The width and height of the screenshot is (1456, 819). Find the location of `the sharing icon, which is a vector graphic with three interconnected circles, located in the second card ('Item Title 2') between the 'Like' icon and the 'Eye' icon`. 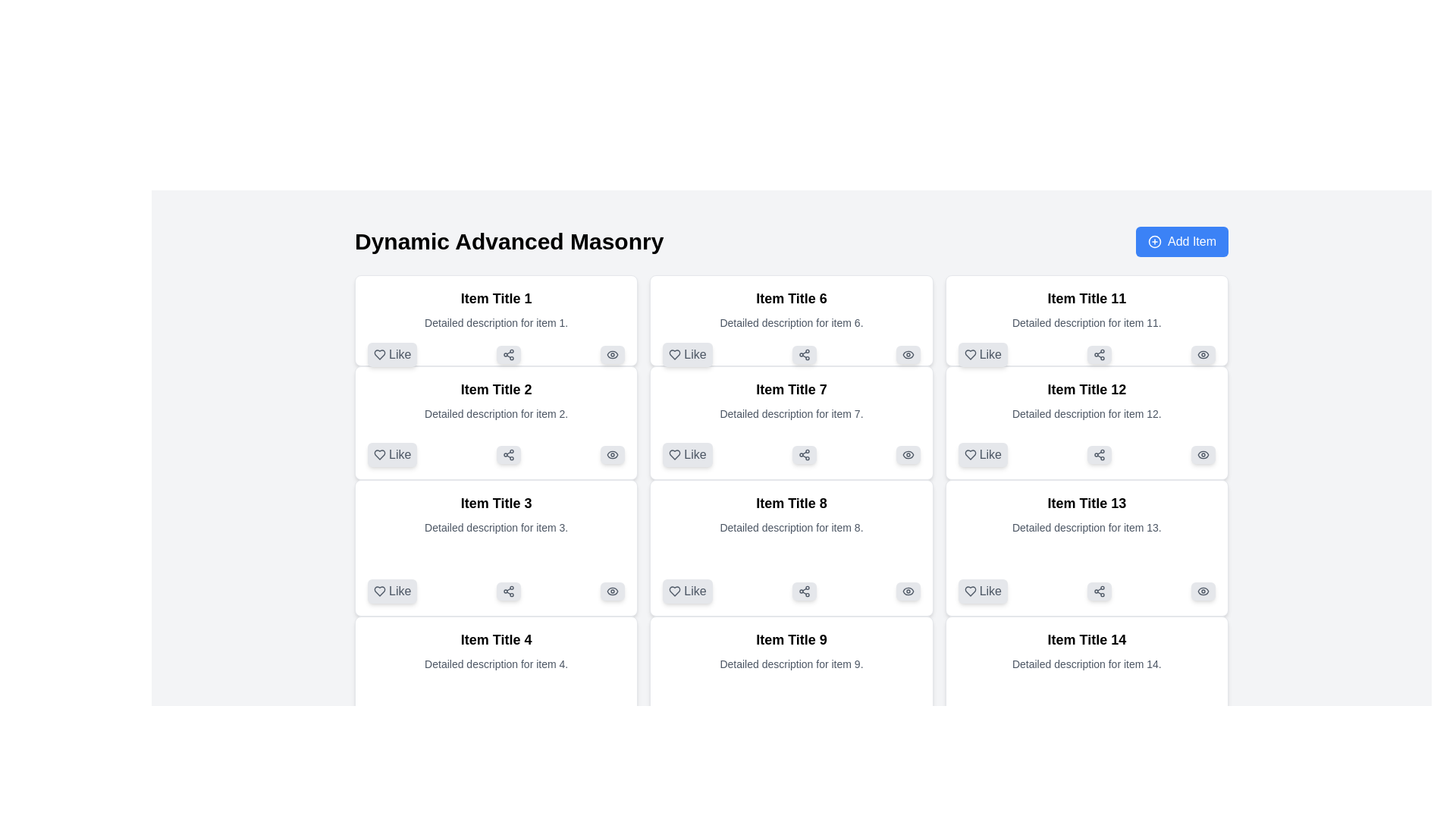

the sharing icon, which is a vector graphic with three interconnected circles, located in the second card ('Item Title 2') between the 'Like' icon and the 'Eye' icon is located at coordinates (509, 454).